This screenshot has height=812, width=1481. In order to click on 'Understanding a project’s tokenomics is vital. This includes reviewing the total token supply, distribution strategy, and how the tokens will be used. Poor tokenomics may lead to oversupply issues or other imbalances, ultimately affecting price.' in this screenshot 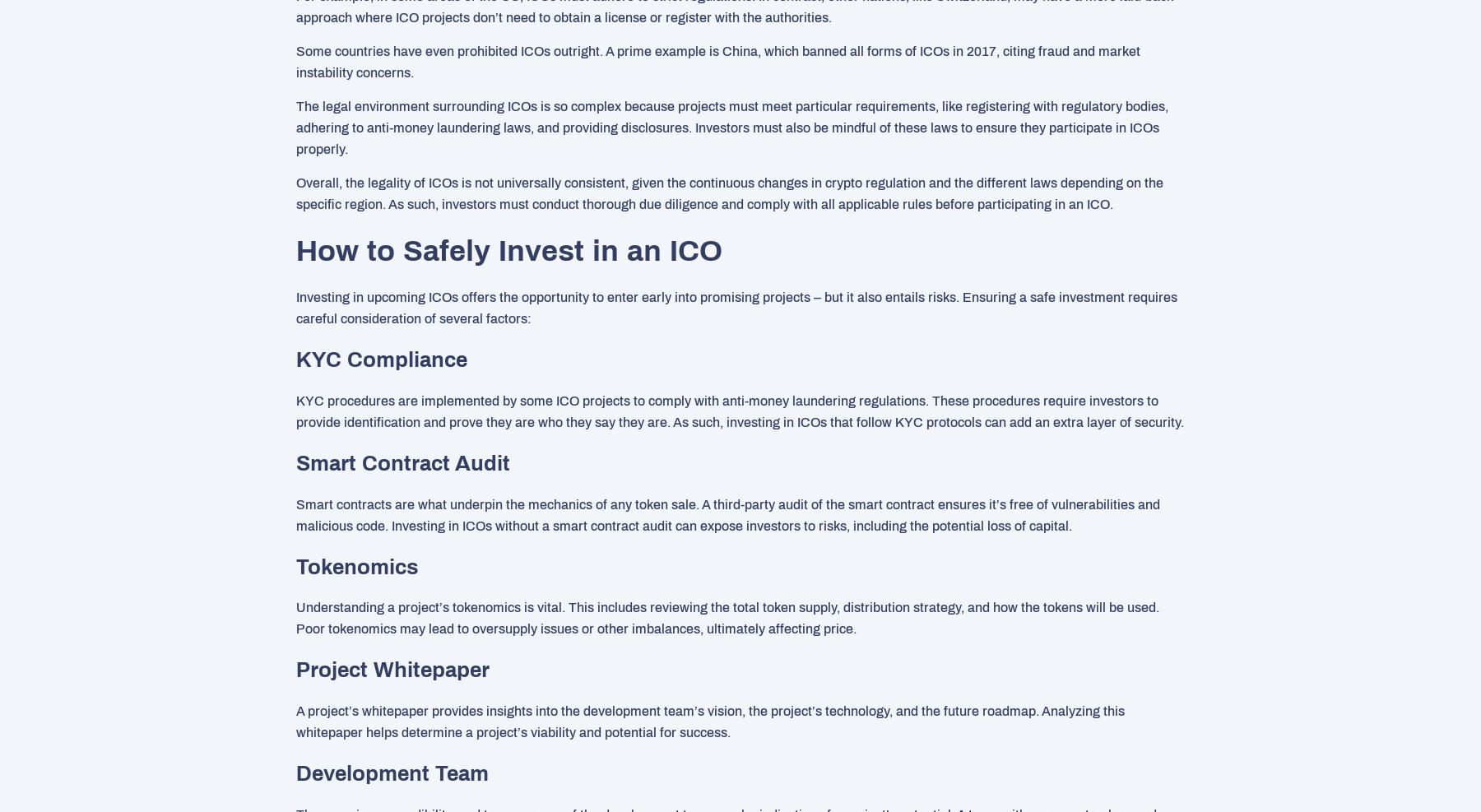, I will do `click(296, 617)`.